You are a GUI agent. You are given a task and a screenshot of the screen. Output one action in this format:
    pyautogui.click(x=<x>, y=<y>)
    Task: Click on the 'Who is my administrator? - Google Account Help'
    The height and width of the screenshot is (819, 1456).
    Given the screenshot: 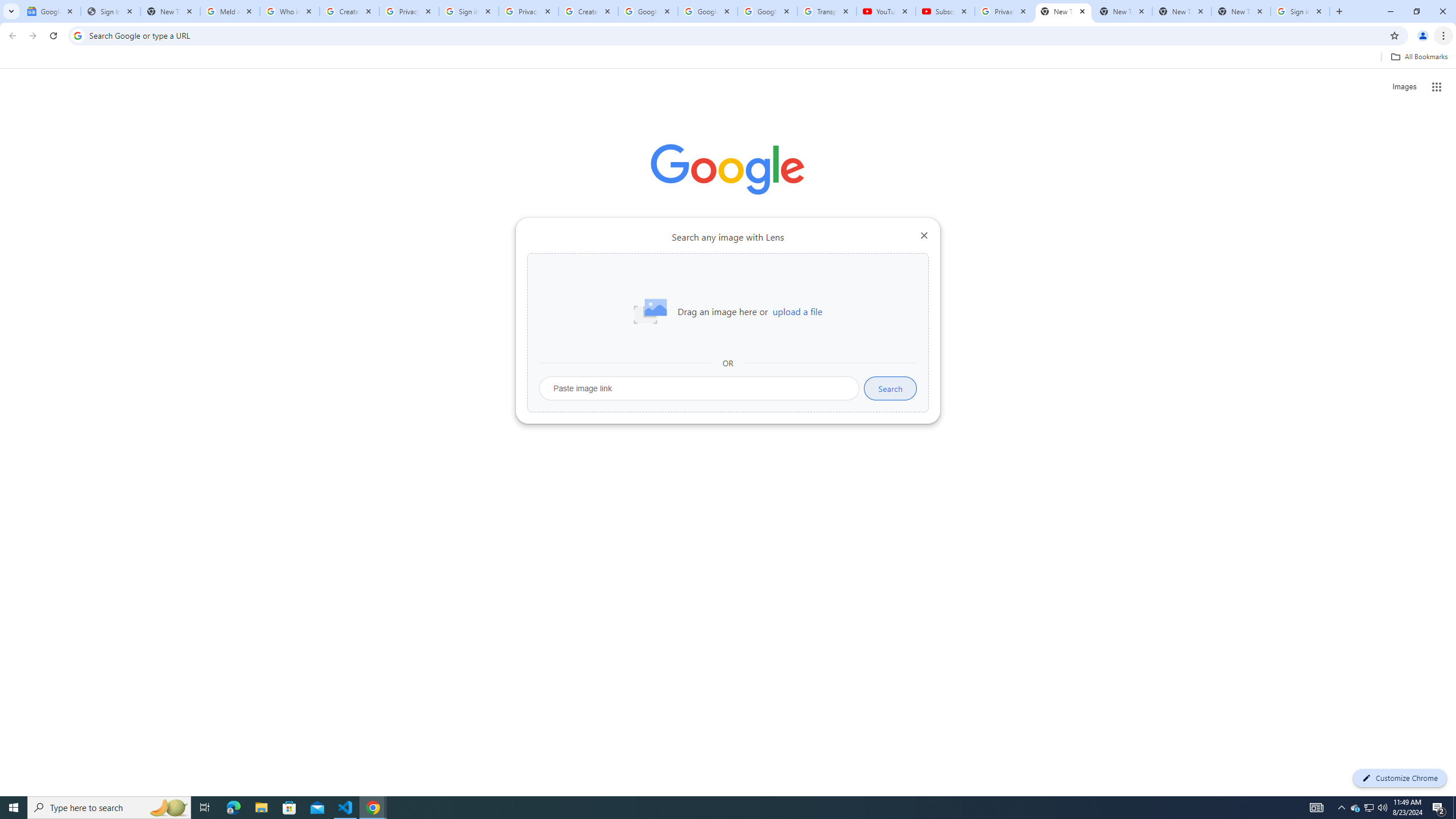 What is the action you would take?
    pyautogui.click(x=289, y=11)
    